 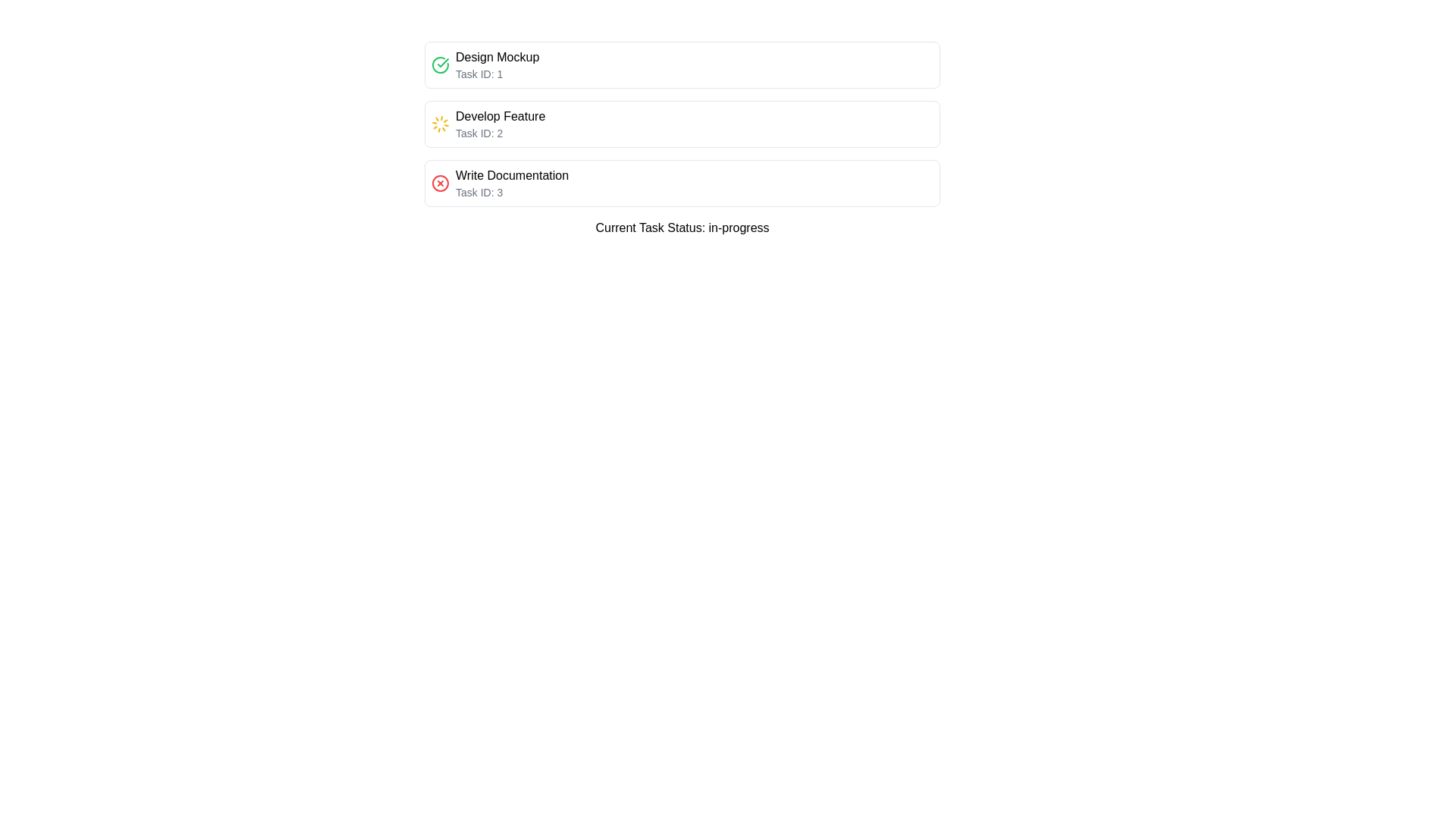 I want to click on the first task list item button displaying 'Design Mockup' and 'Task ID: 1', so click(x=682, y=64).